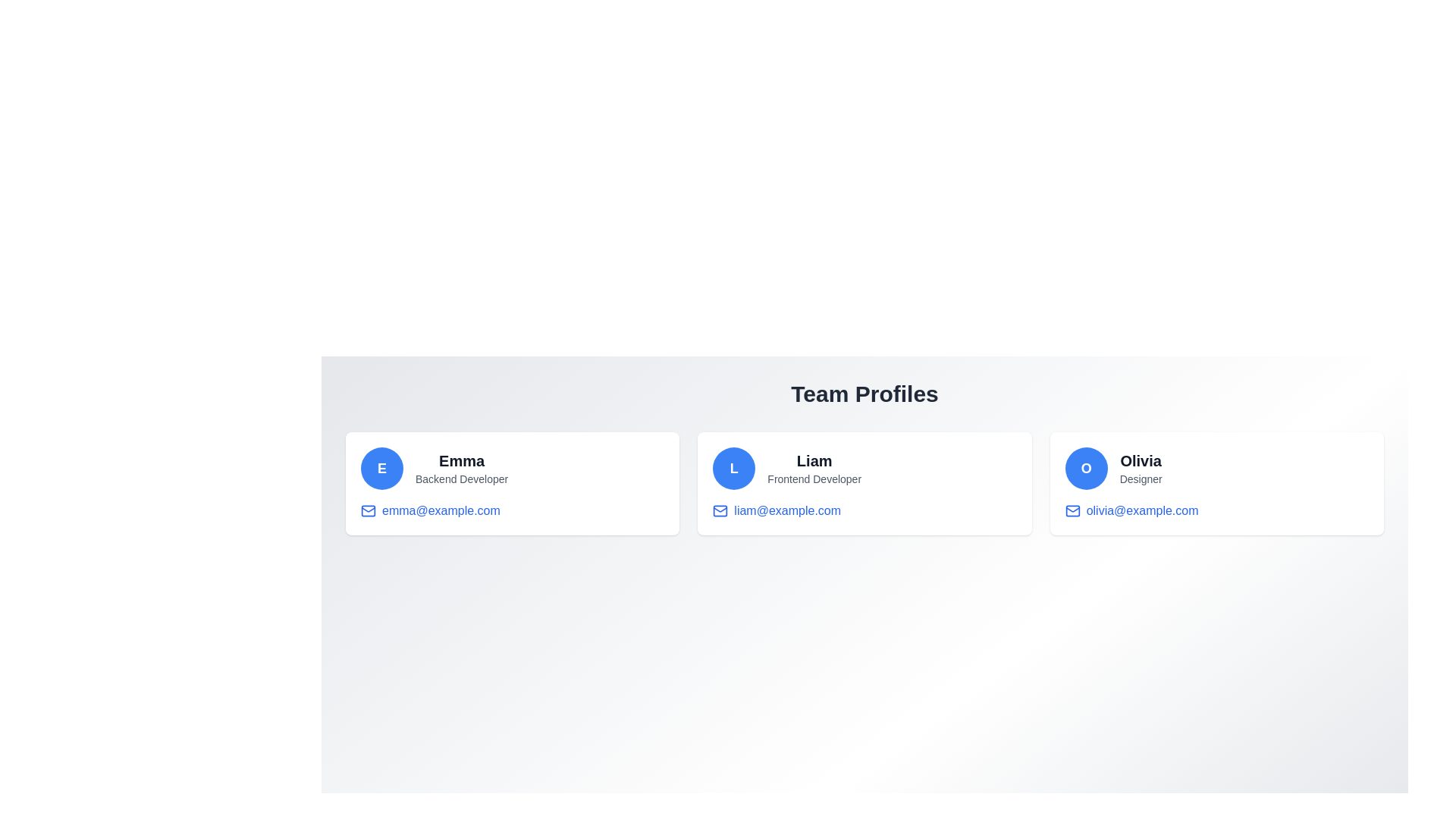 The width and height of the screenshot is (1456, 819). What do you see at coordinates (368, 511) in the screenshot?
I see `the email icon that visually indicates the adjacent text 'emma@example.com' in Emma's team profile card` at bounding box center [368, 511].